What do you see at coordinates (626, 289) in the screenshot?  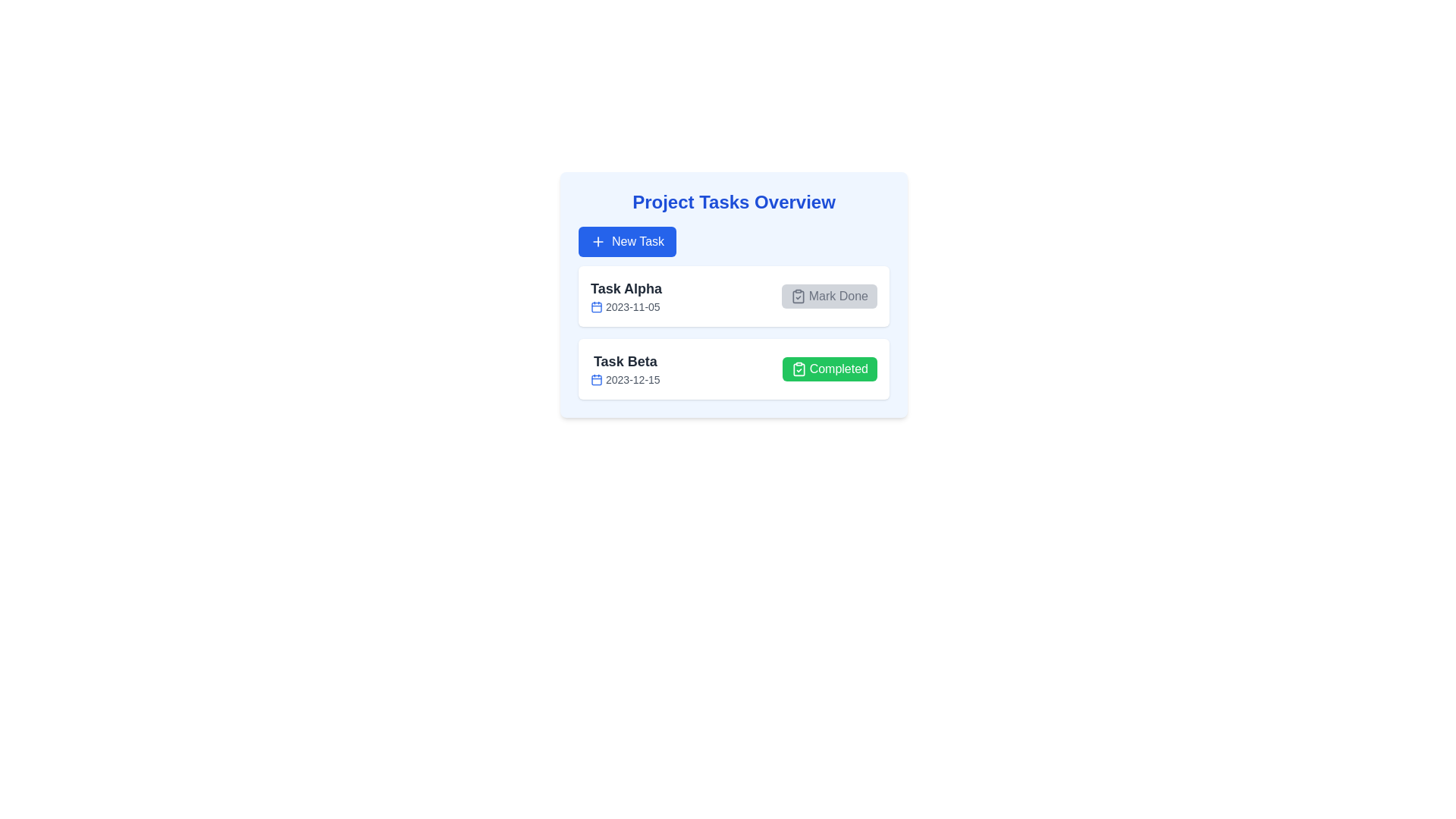 I see `text label that serves as the title or identifier for a task item in the project overview interface, positioned above the date '2023-11-05' and next to a calendar icon` at bounding box center [626, 289].